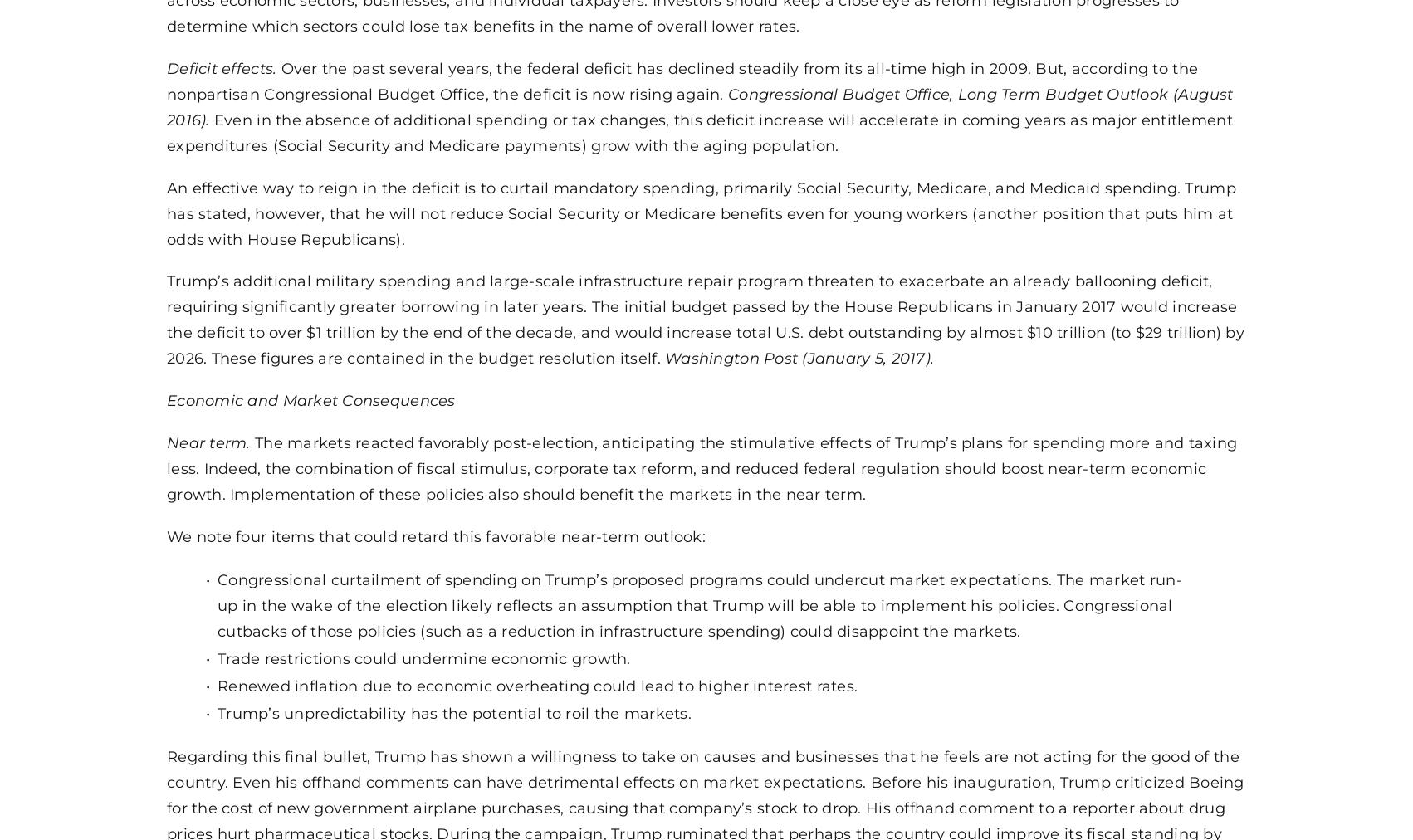 The image size is (1413, 840). Describe the element at coordinates (435, 535) in the screenshot. I see `'We note four items that could retard this favorable near-term outlook:'` at that location.